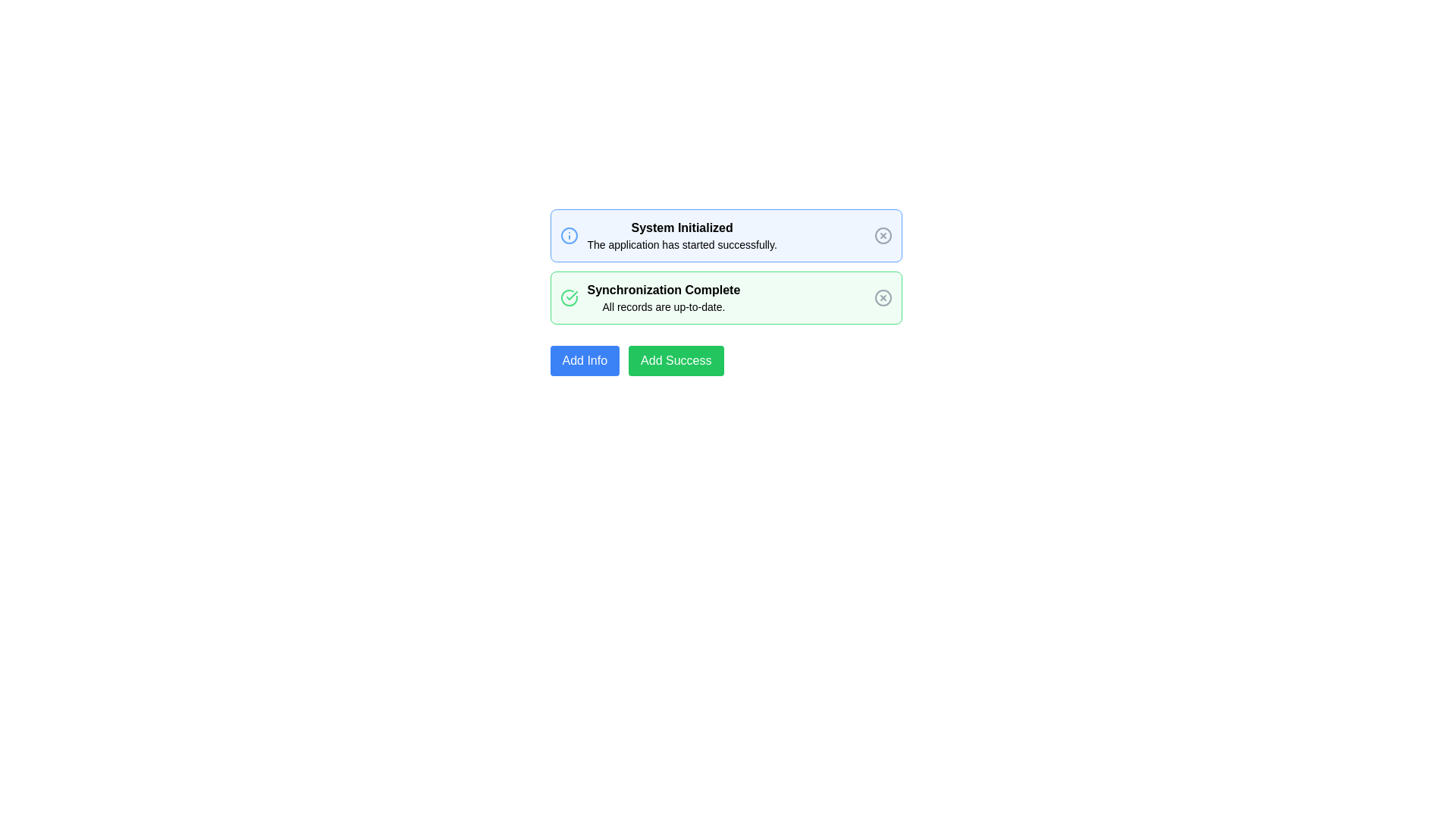  What do you see at coordinates (883, 298) in the screenshot?
I see `the close or cancel SVG icon located to the right of the 'Synchronization Complete' green banner` at bounding box center [883, 298].